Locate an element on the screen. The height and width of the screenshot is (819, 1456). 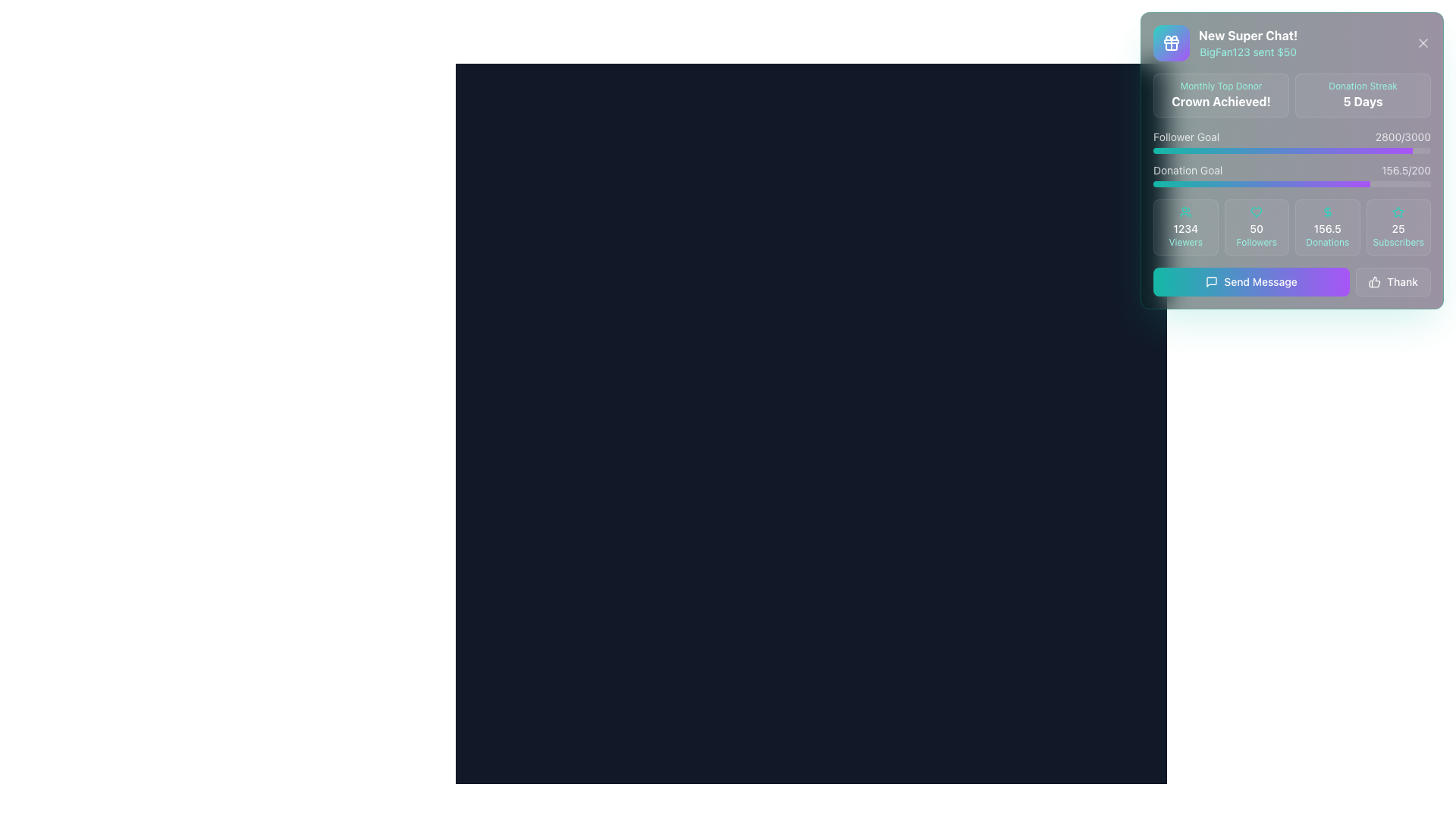
the grid-based information display component that contains numerical values and labels such as '1234 Viewers,' '50 Followers,' '156.5 Donations,' and '25 Subscribers.' is located at coordinates (1291, 227).